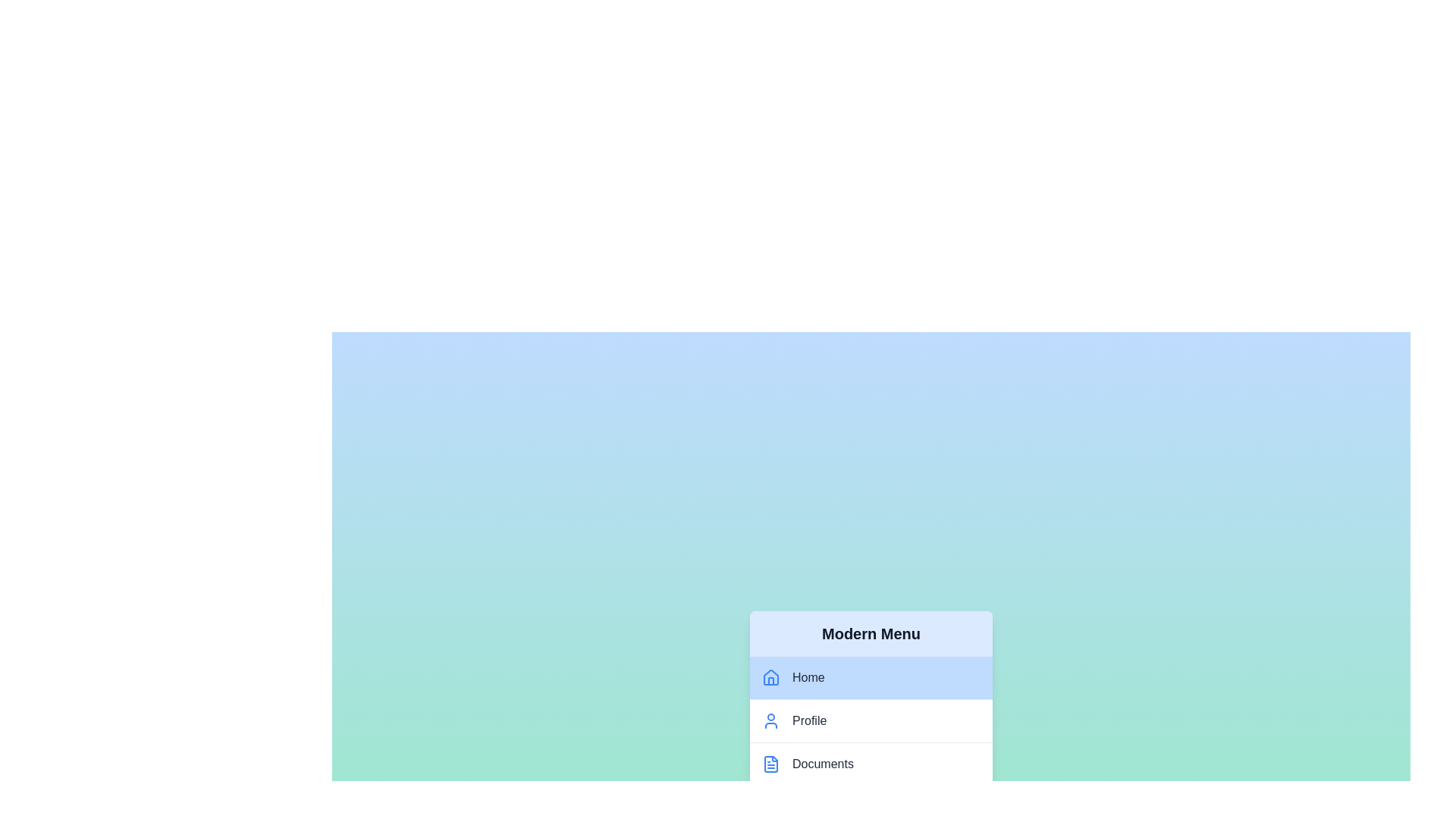 This screenshot has height=819, width=1456. I want to click on the menu item labeled Home to observe the hover effect, so click(871, 677).